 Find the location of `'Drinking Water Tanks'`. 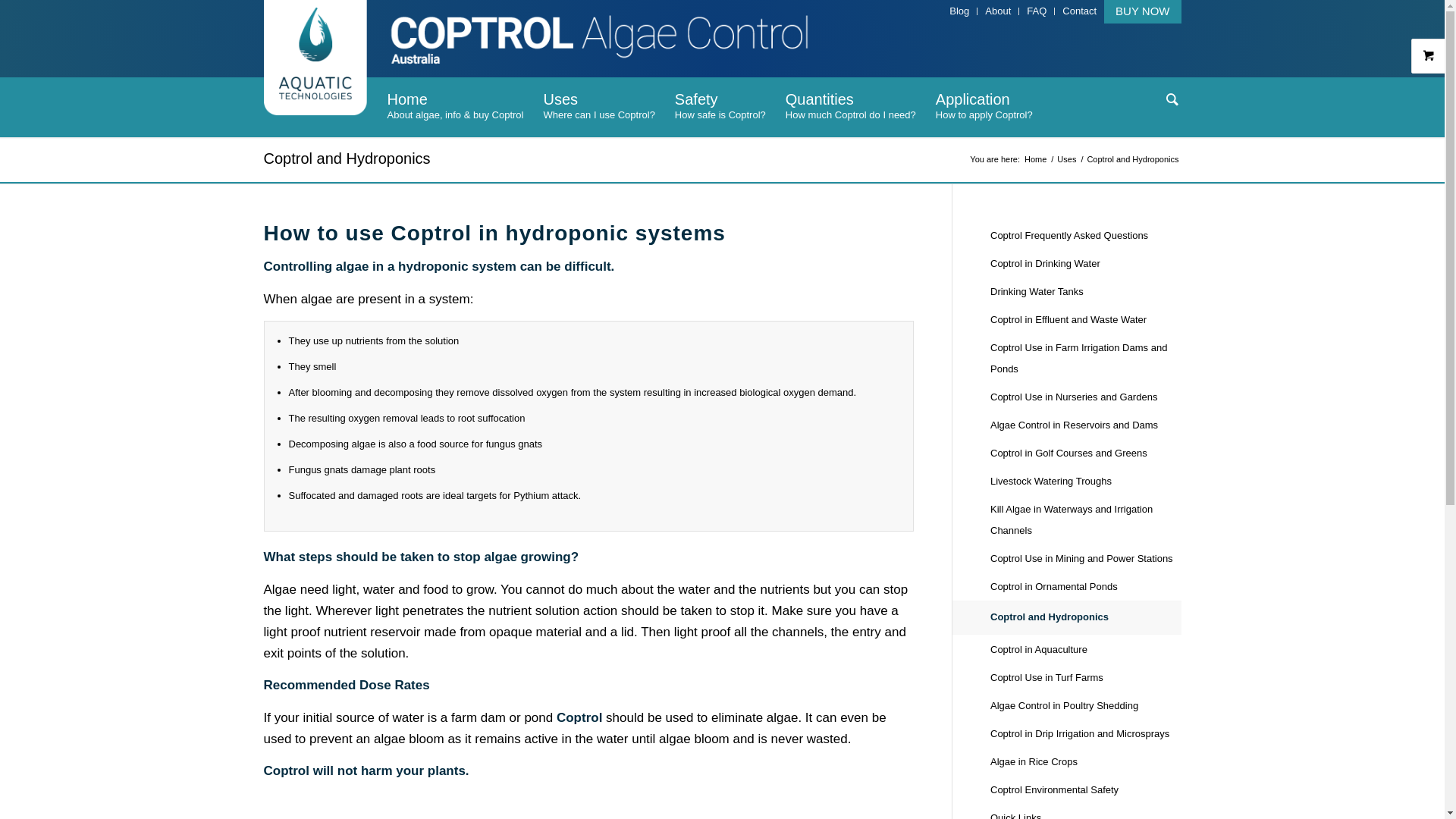

'Drinking Water Tanks' is located at coordinates (1084, 292).